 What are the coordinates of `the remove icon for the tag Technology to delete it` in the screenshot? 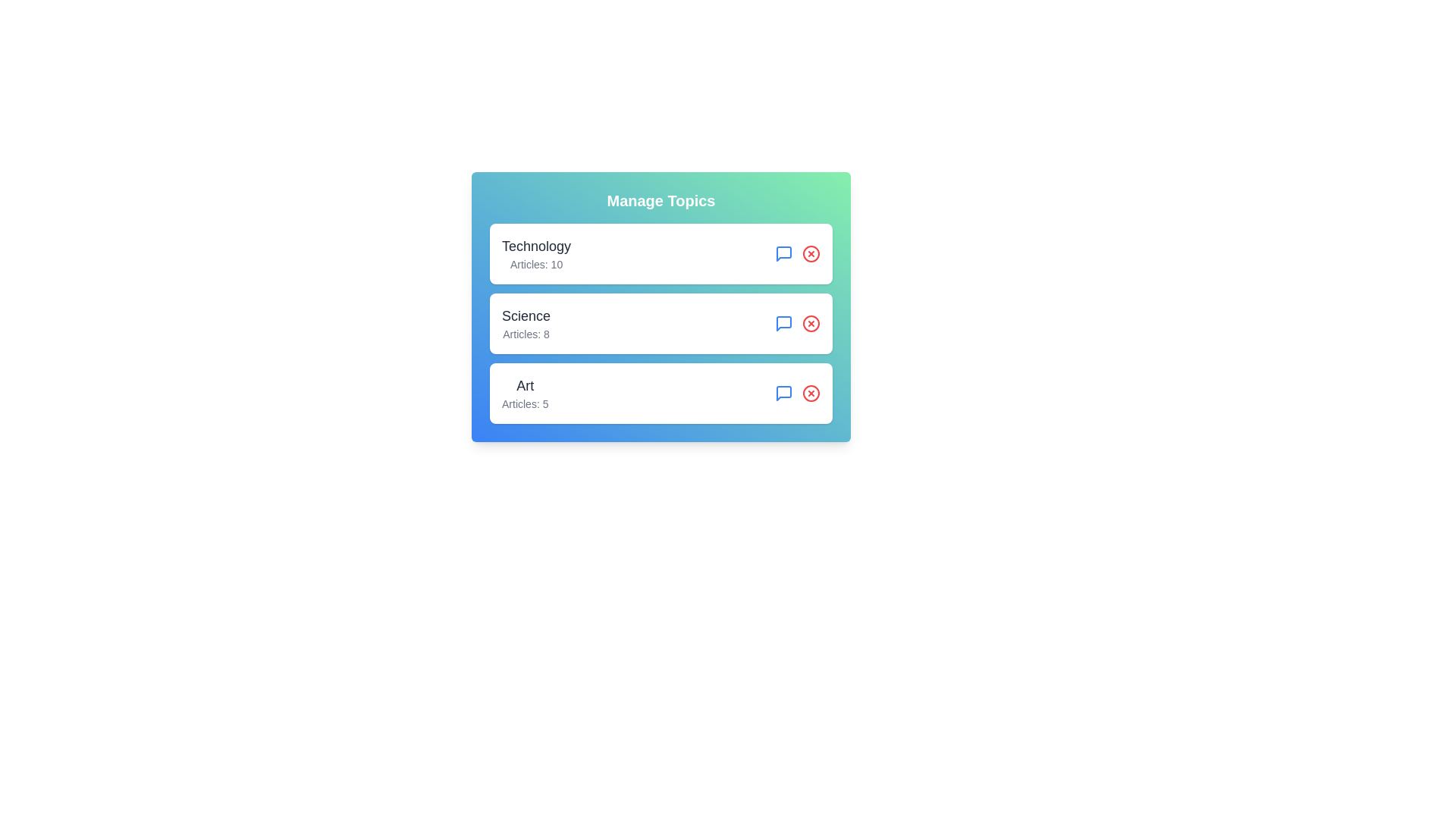 It's located at (811, 253).